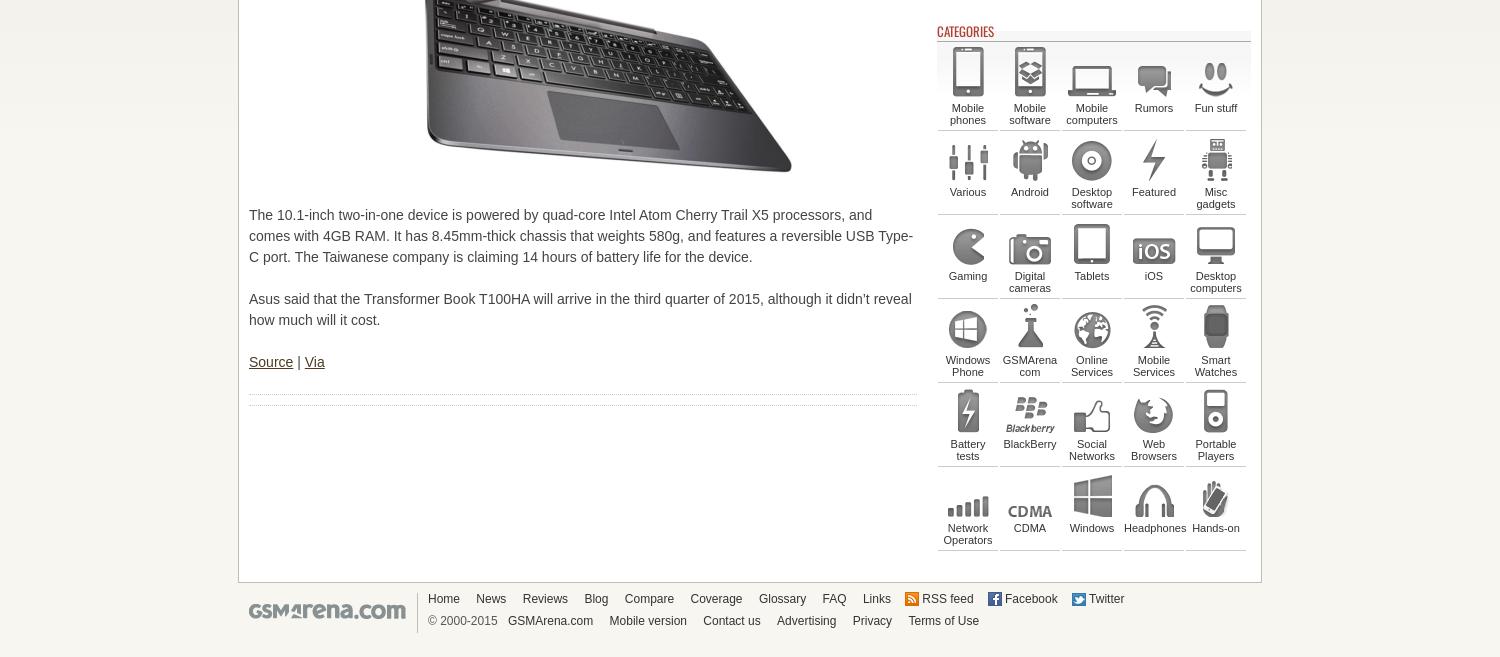  I want to click on 'Gaming', so click(966, 275).